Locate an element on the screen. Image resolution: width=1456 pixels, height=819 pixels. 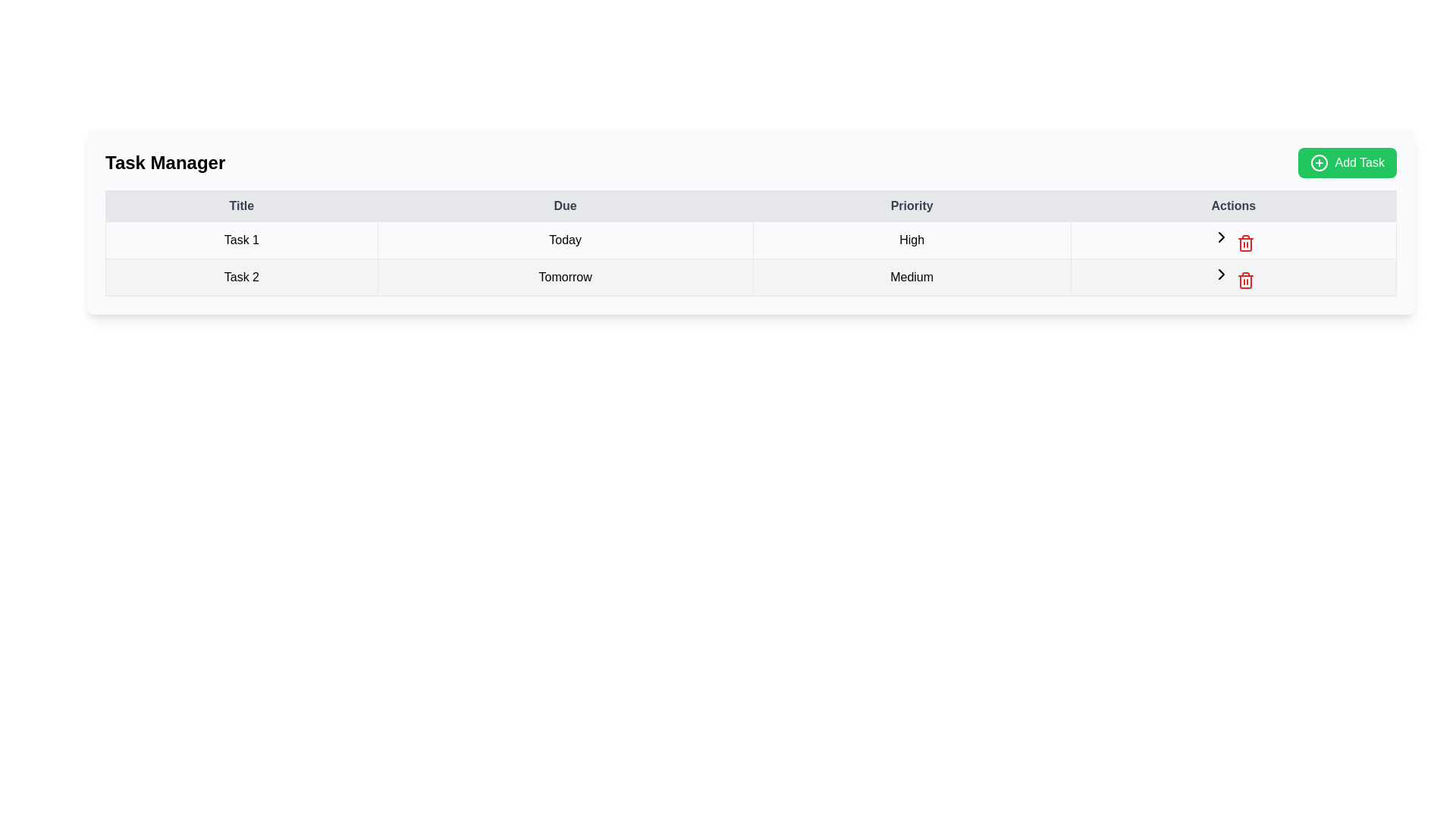
the delete button icon in the 'Actions' column of the second row (Task 2) in the table to change its color is located at coordinates (1245, 280).